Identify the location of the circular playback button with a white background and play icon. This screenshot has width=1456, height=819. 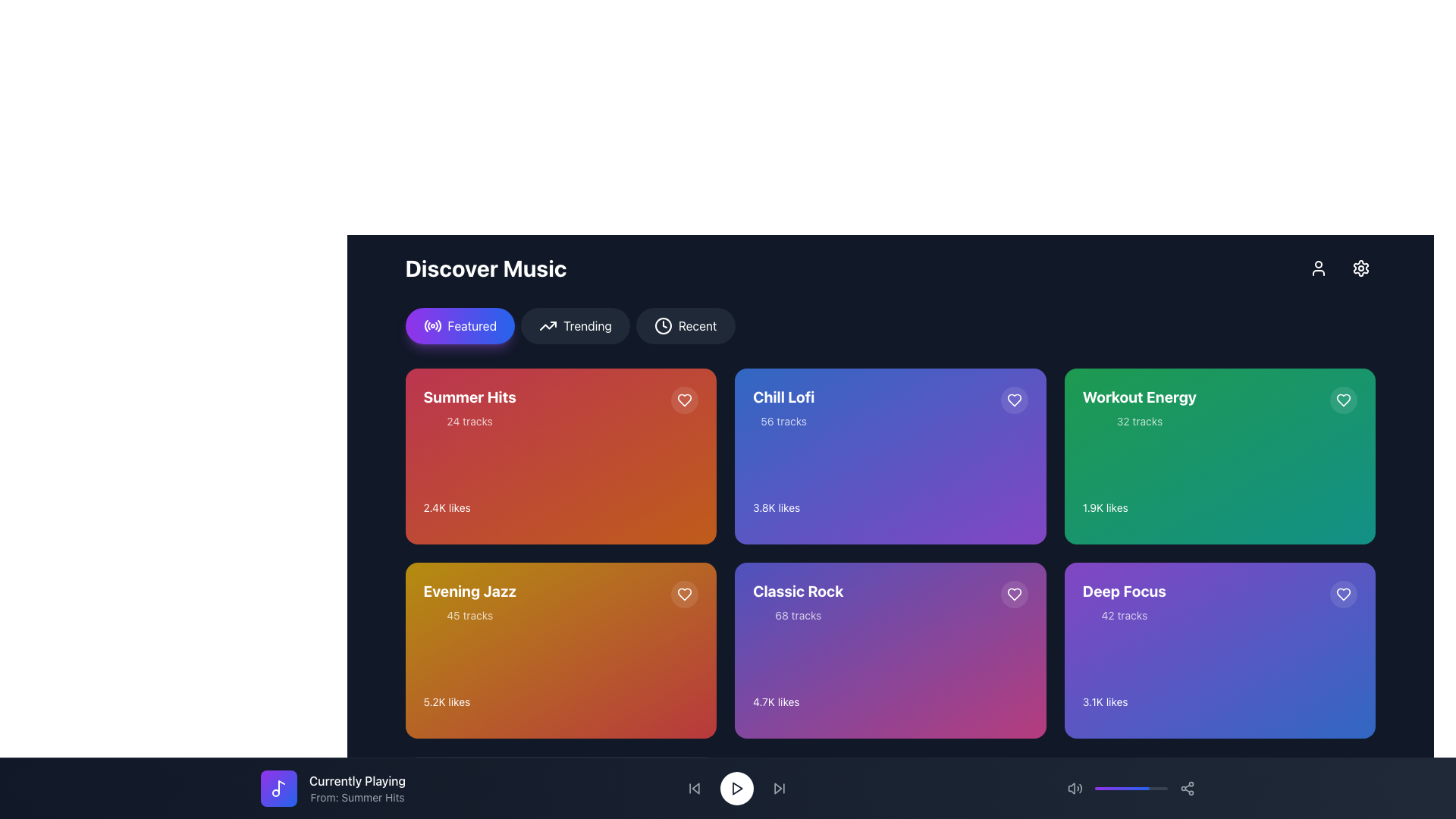
(736, 788).